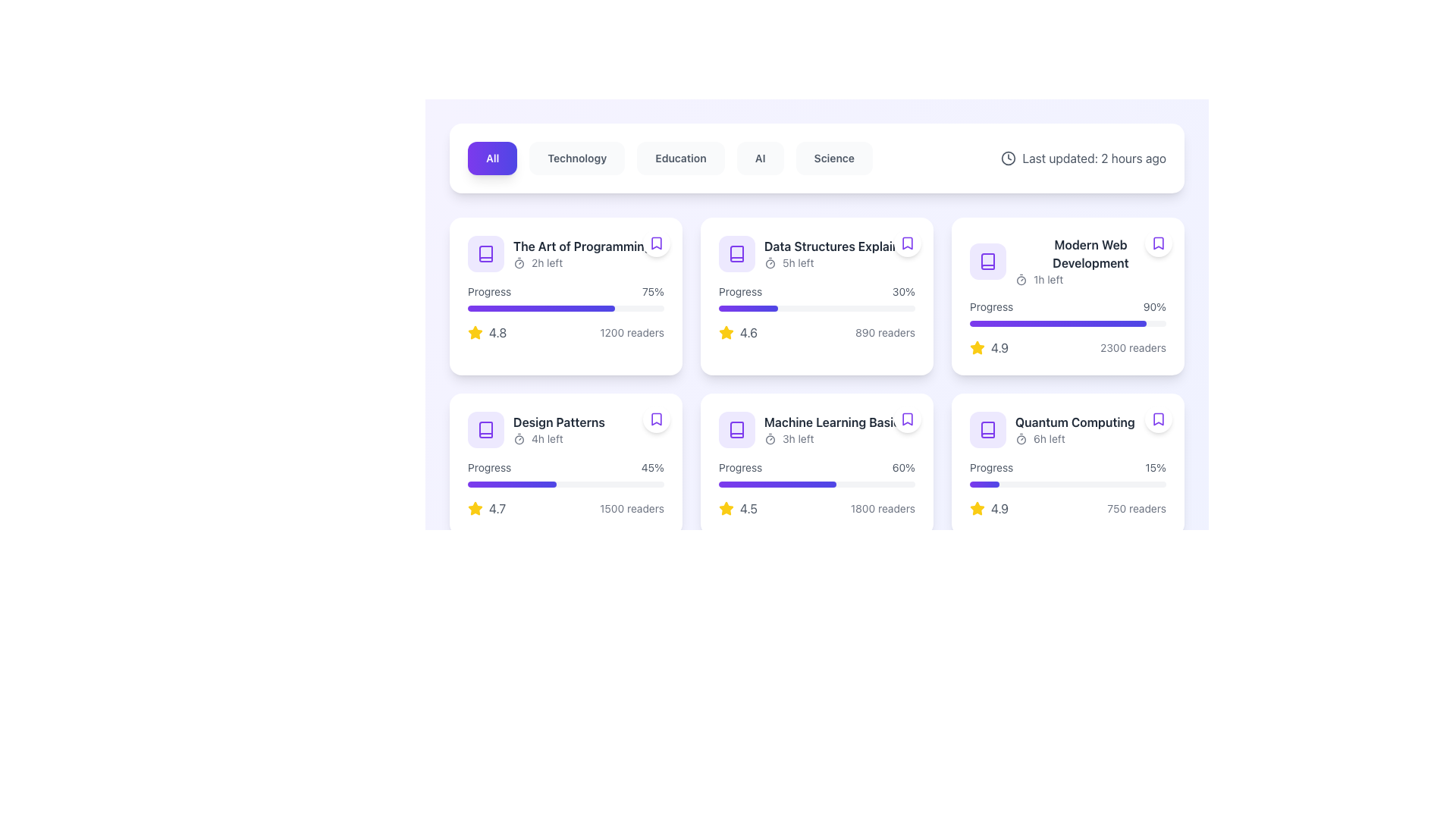 Image resolution: width=1456 pixels, height=819 pixels. I want to click on the static text label displaying '30% progress' that is located at the top-right area of the card, following the text 'Progress', so click(903, 292).